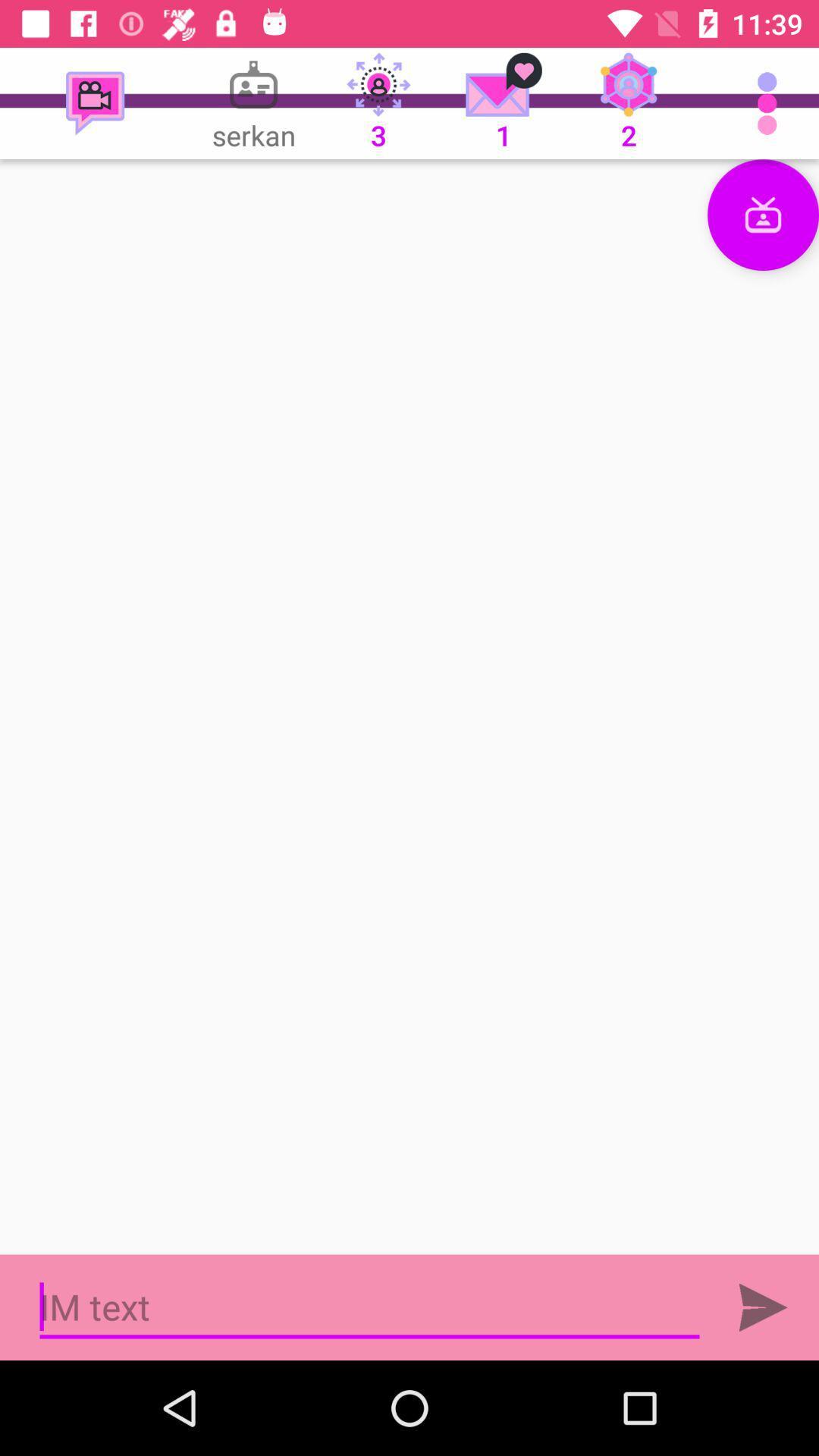  I want to click on the gift icon, so click(763, 214).